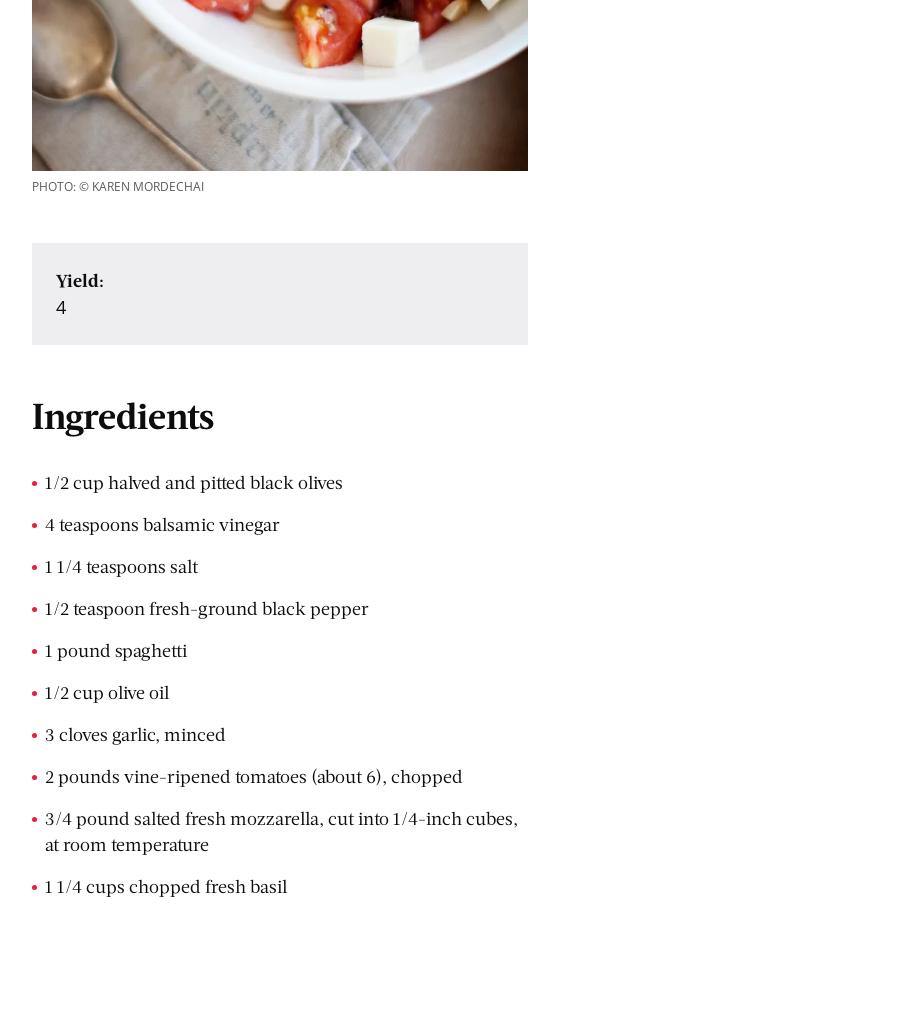  Describe the element at coordinates (106, 690) in the screenshot. I see `'1/2 cup olive oil'` at that location.